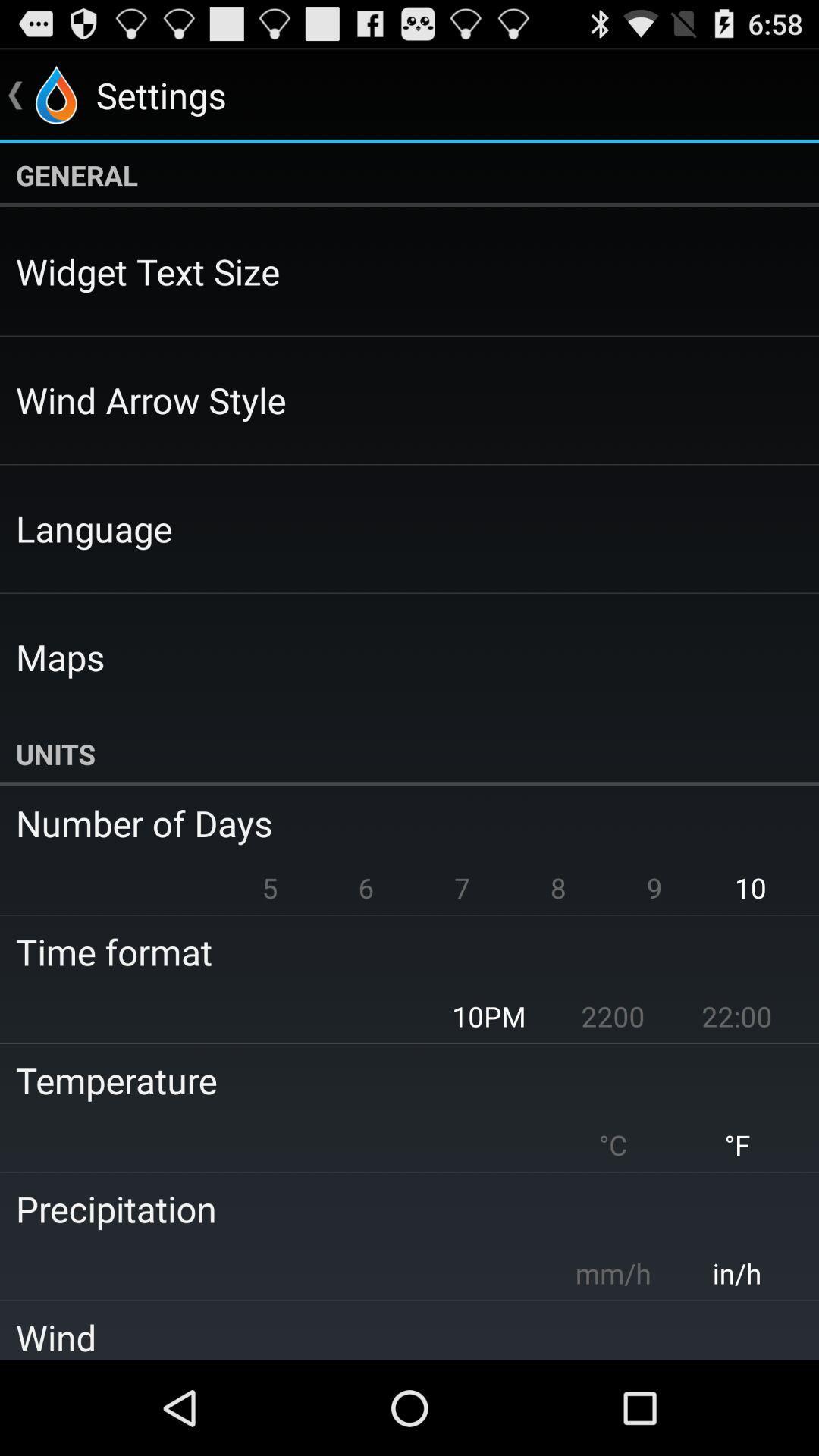 This screenshot has width=819, height=1456. Describe the element at coordinates (398, 1208) in the screenshot. I see `the app above mm/h item` at that location.